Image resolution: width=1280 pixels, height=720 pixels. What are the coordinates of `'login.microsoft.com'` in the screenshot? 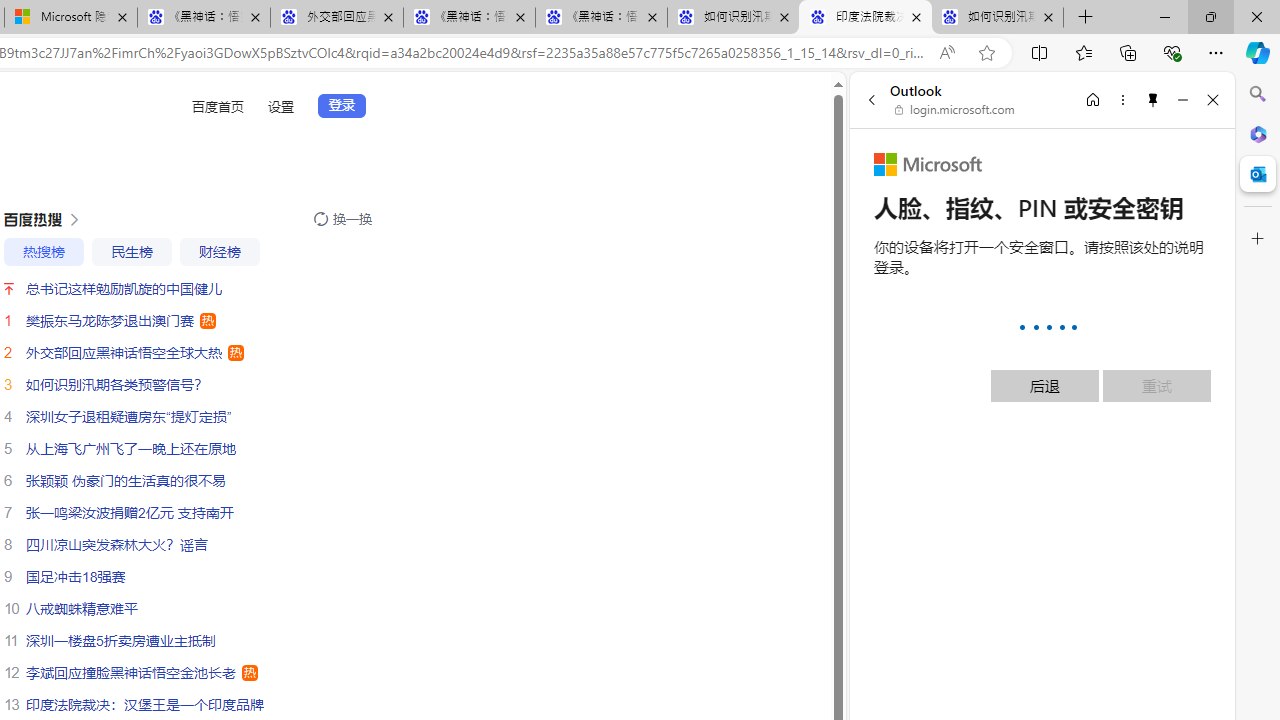 It's located at (954, 110).